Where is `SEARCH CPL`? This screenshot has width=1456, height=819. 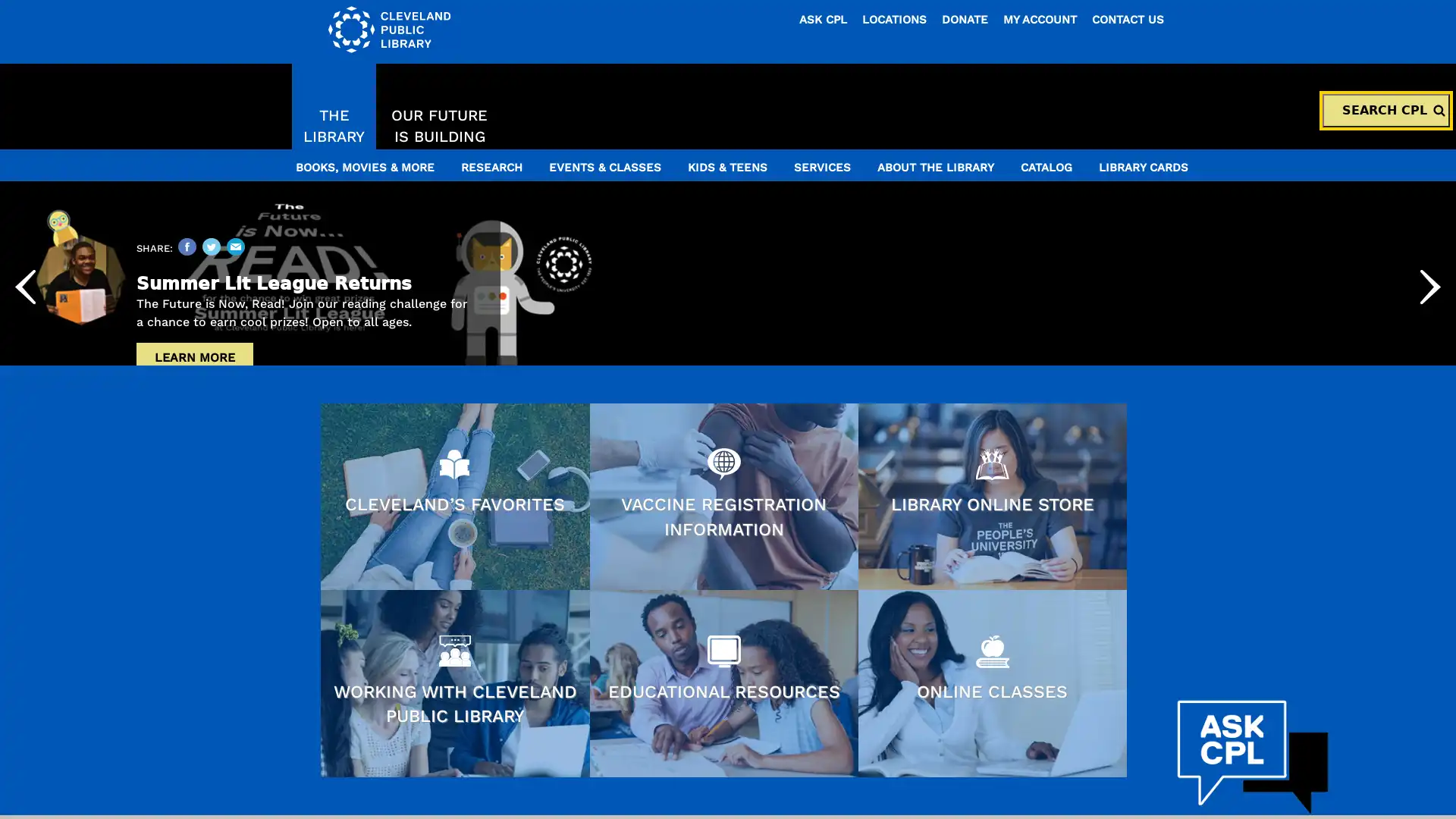 SEARCH CPL is located at coordinates (1386, 110).